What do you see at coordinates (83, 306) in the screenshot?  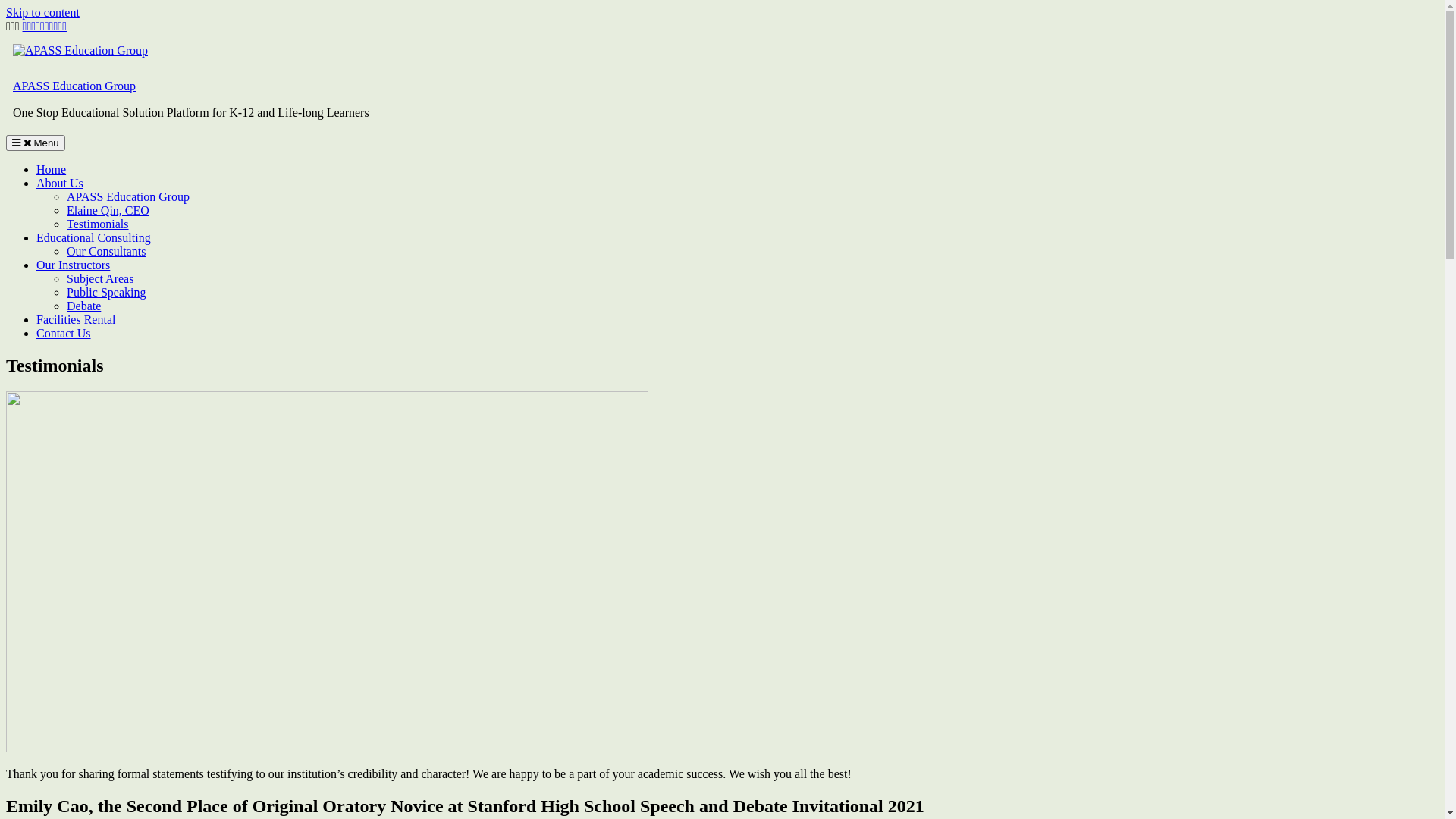 I see `'Debate'` at bounding box center [83, 306].